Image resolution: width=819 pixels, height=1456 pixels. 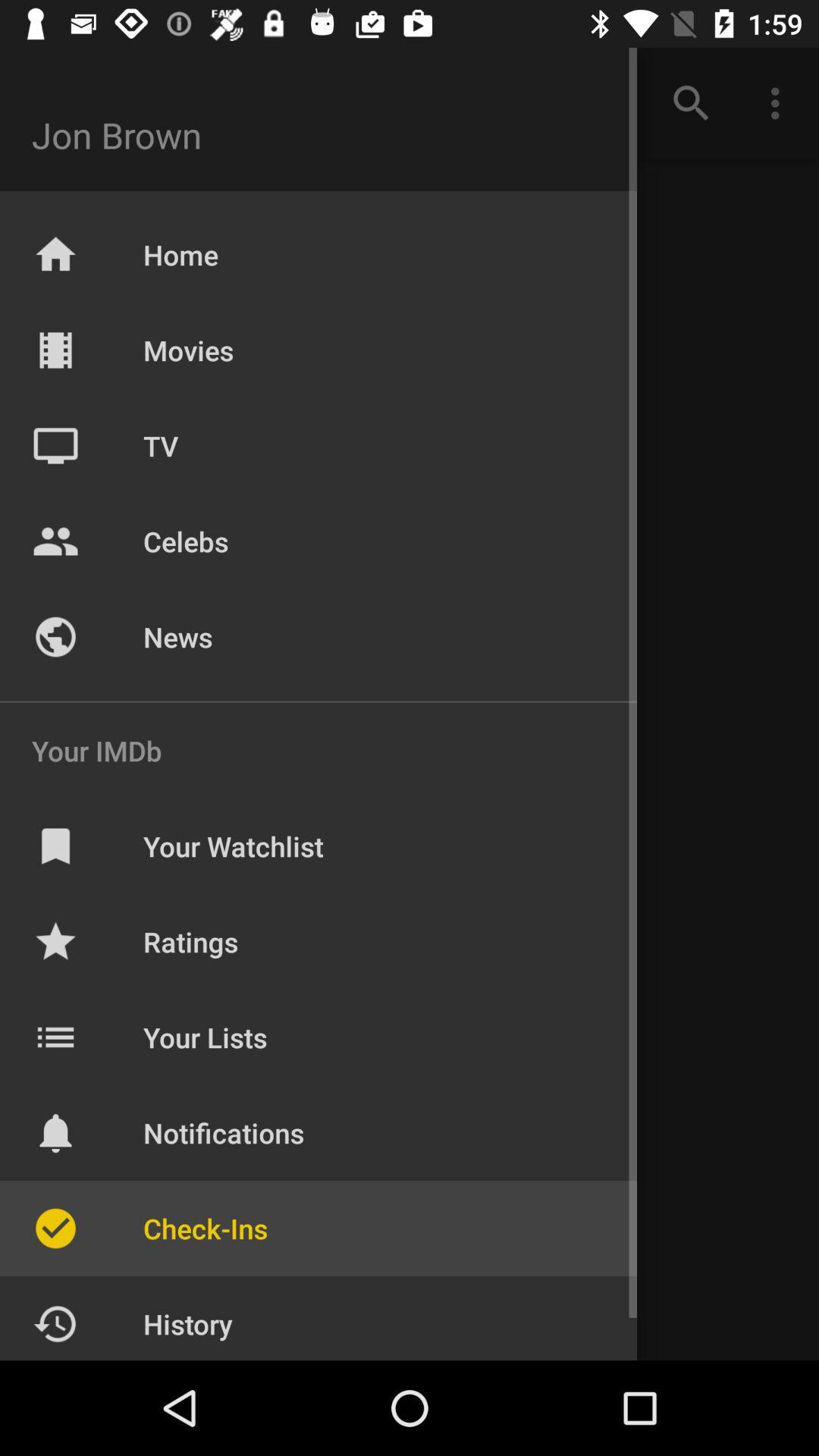 What do you see at coordinates (779, 103) in the screenshot?
I see `the button beside search icon` at bounding box center [779, 103].